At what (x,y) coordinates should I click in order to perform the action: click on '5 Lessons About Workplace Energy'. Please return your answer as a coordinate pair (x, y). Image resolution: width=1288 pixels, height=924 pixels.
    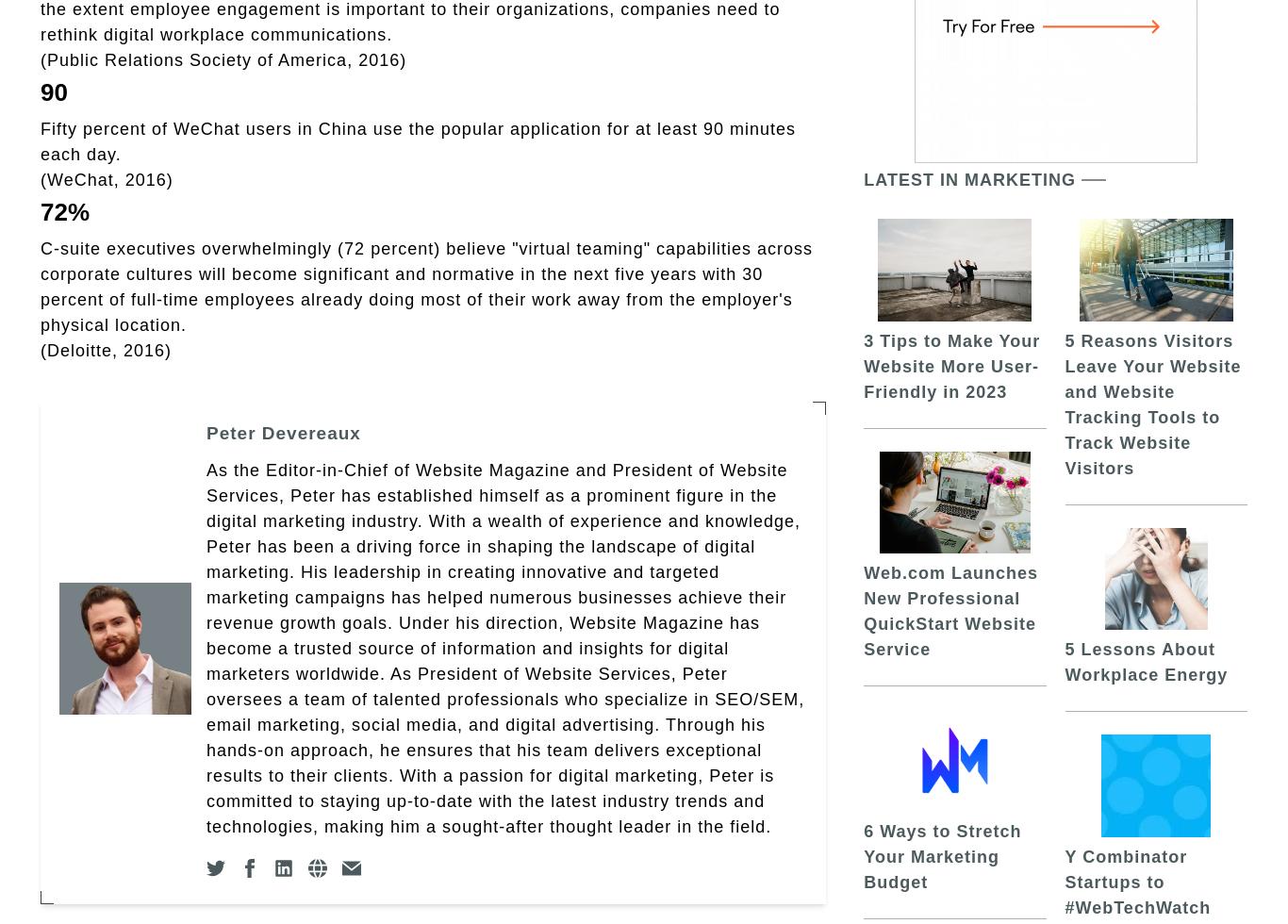
    Looking at the image, I should click on (1146, 662).